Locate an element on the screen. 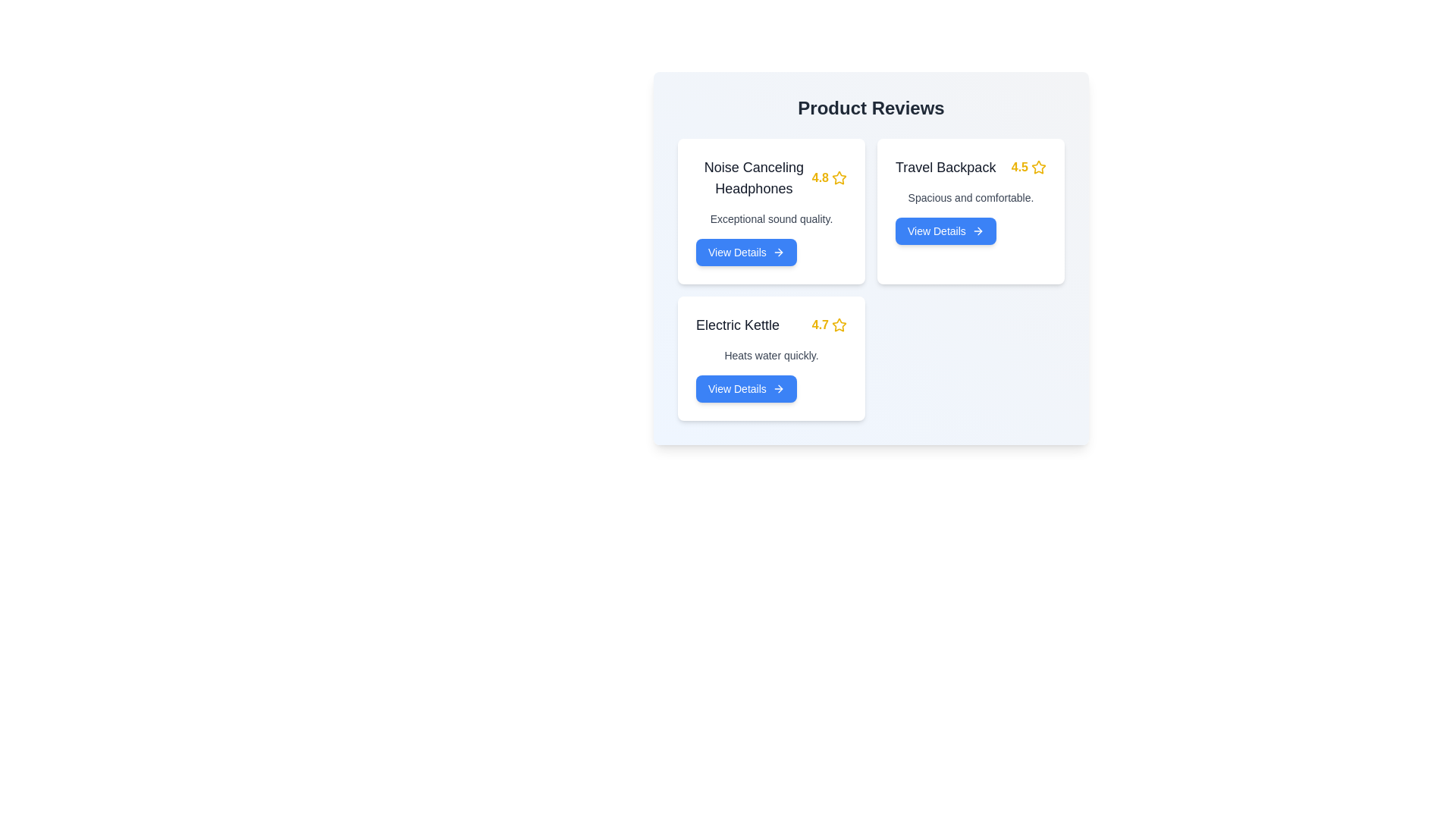  'View Details' button for the product identified by Electric Kettle is located at coordinates (746, 388).